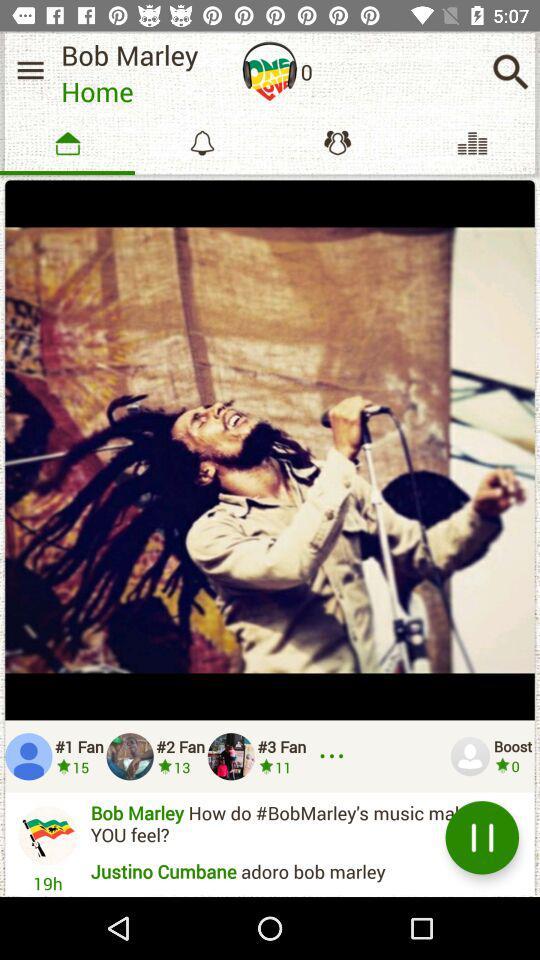 The image size is (540, 960). I want to click on item to the right of ibrahim usman am, so click(481, 837).